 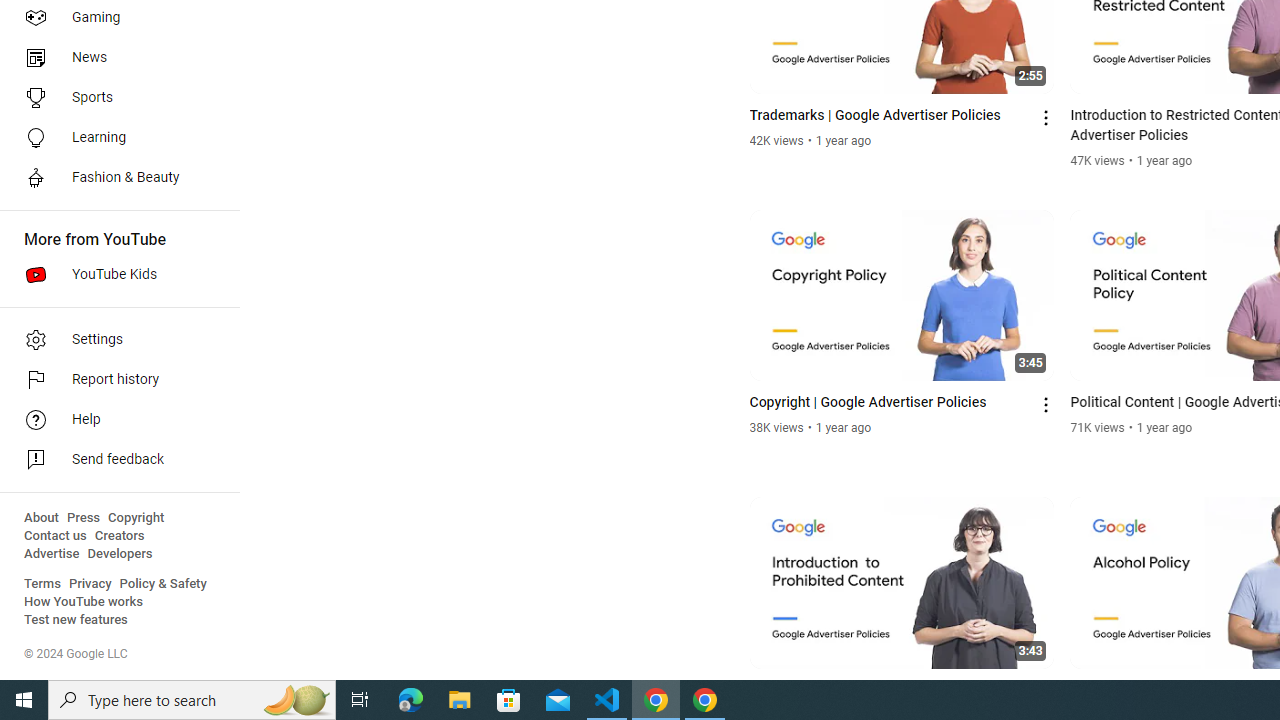 What do you see at coordinates (112, 97) in the screenshot?
I see `'Sports'` at bounding box center [112, 97].